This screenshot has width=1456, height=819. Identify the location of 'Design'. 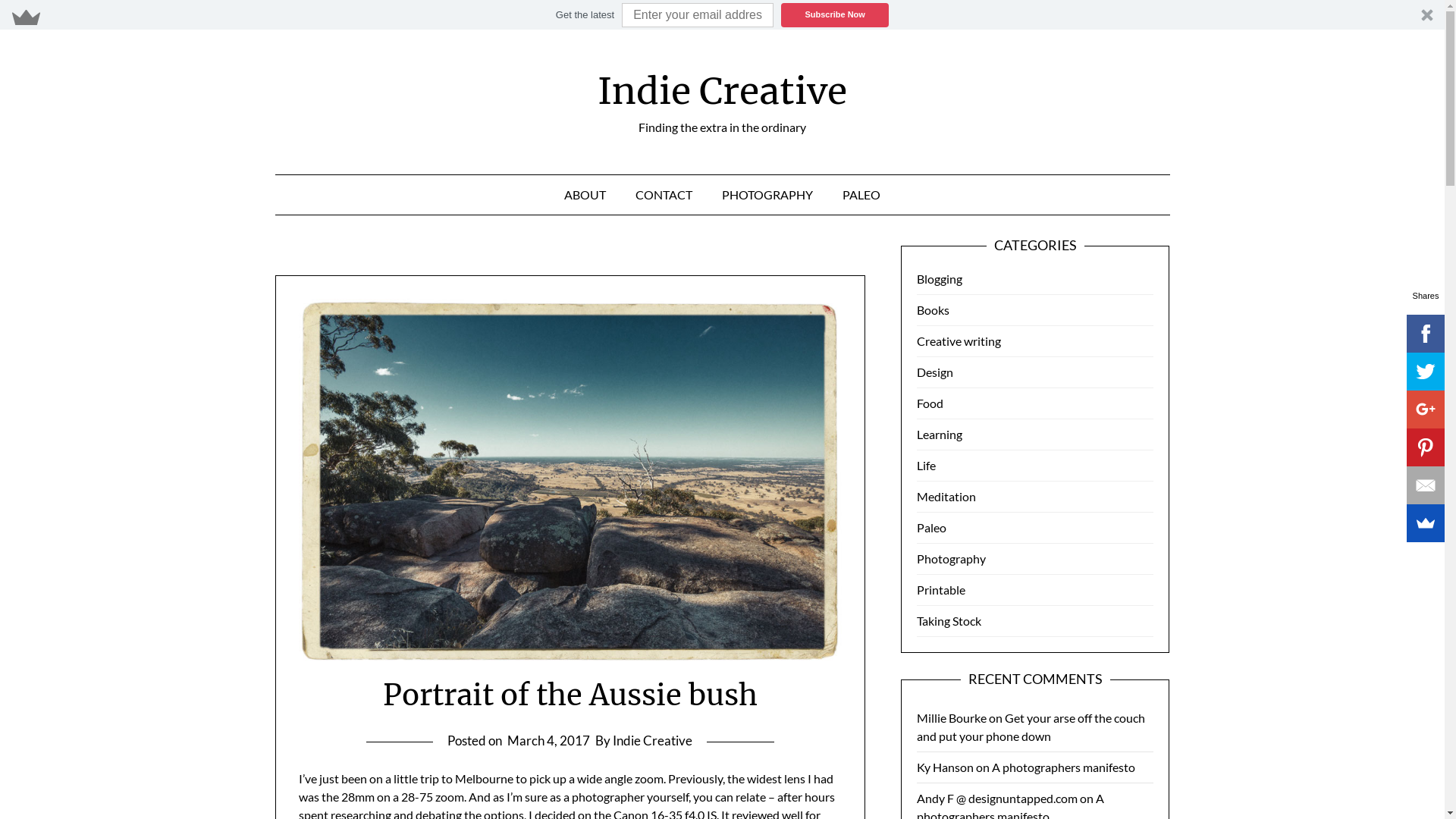
(934, 372).